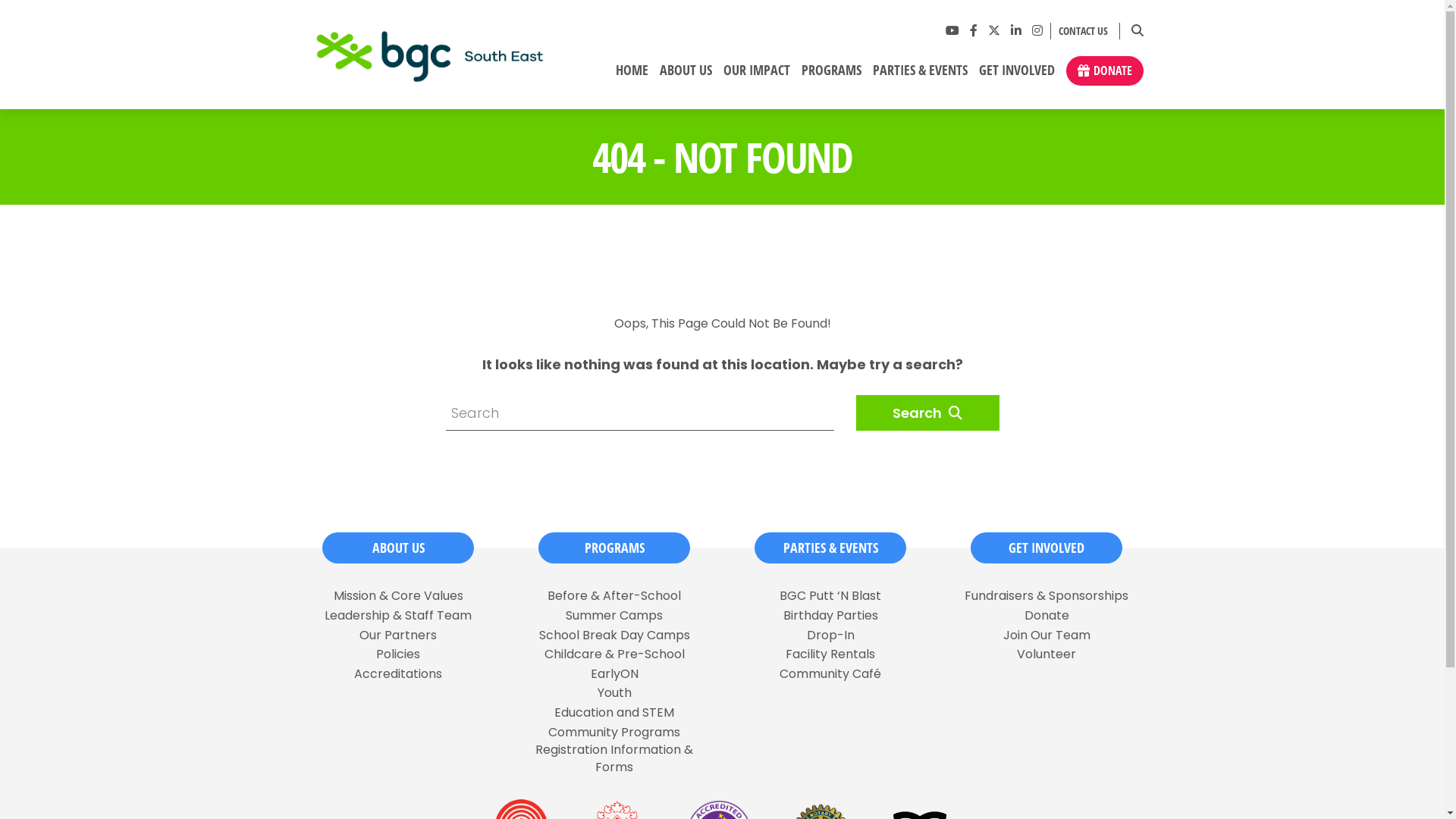  Describe the element at coordinates (613, 635) in the screenshot. I see `'School Break Day Camps'` at that location.